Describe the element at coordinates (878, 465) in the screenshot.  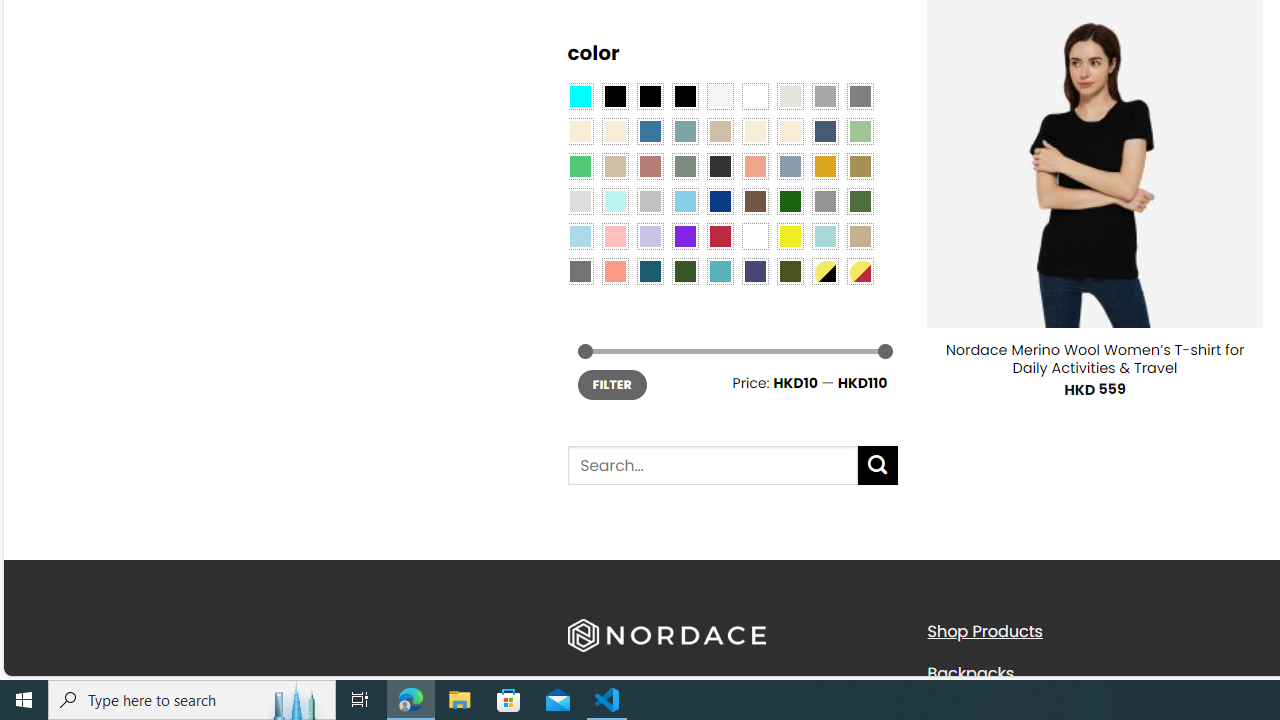
I see `'Submit'` at that location.